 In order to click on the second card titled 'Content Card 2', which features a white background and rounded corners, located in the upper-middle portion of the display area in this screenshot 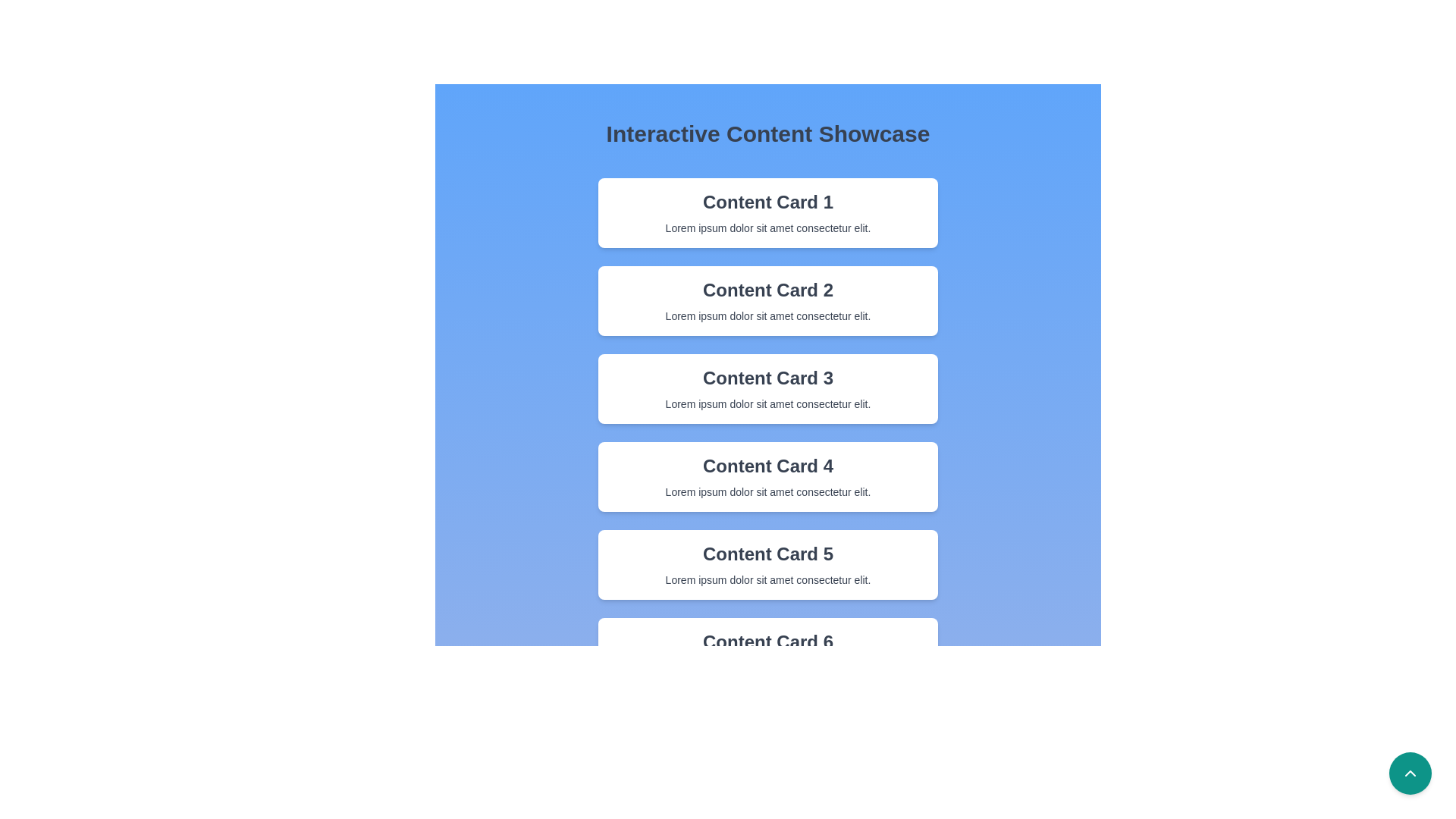, I will do `click(767, 301)`.